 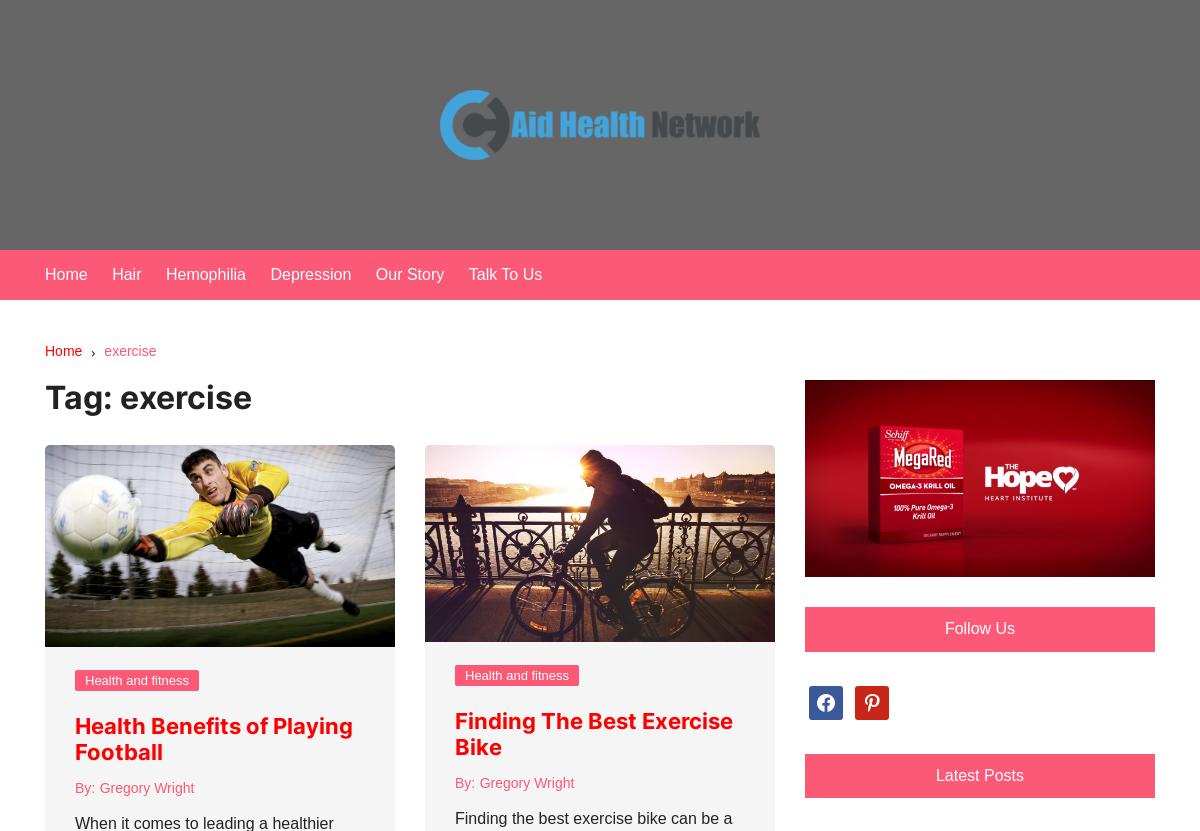 What do you see at coordinates (375, 273) in the screenshot?
I see `'Our Story'` at bounding box center [375, 273].